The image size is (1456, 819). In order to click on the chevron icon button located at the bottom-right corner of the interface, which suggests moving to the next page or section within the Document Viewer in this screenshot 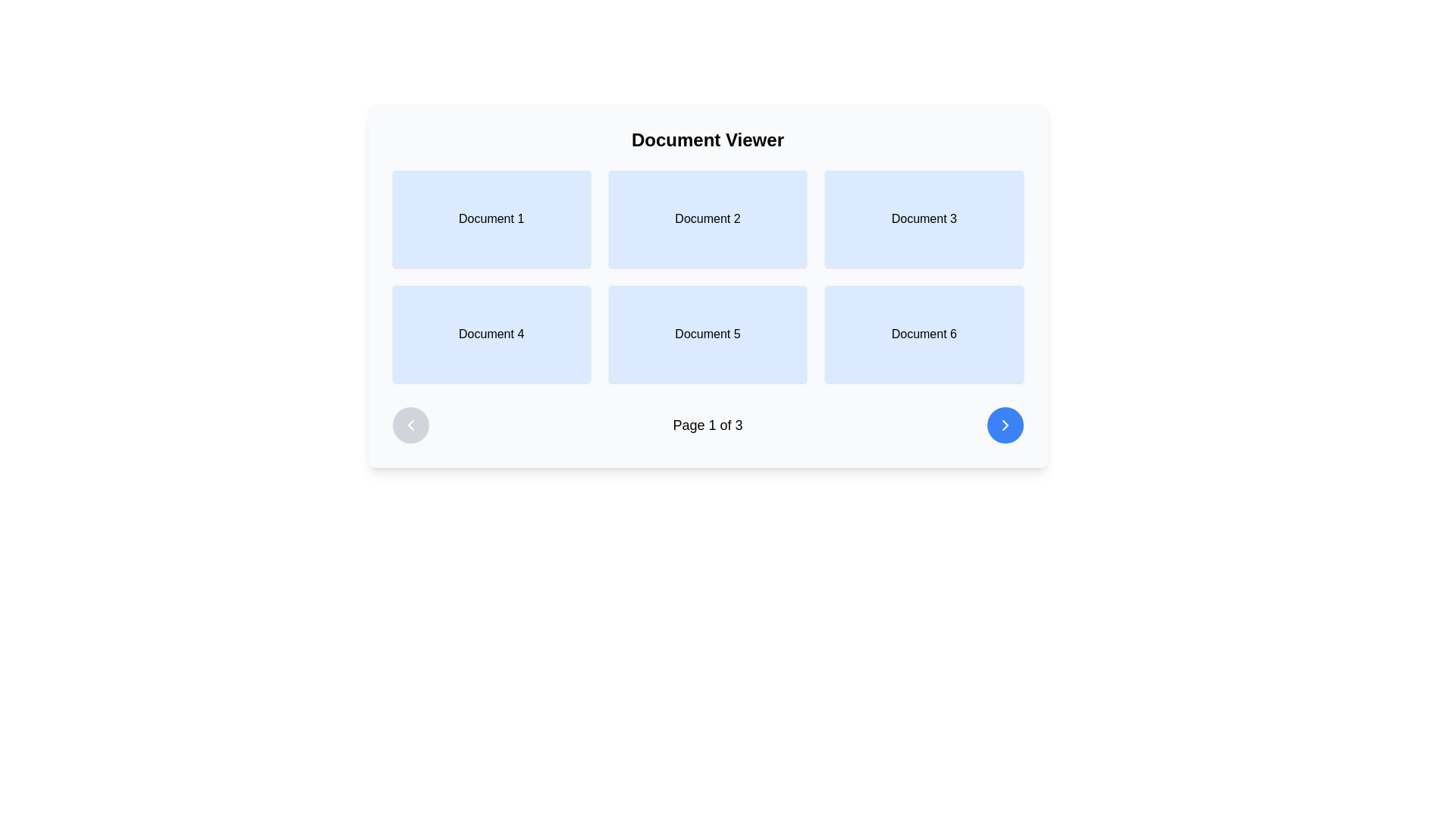, I will do `click(1005, 425)`.